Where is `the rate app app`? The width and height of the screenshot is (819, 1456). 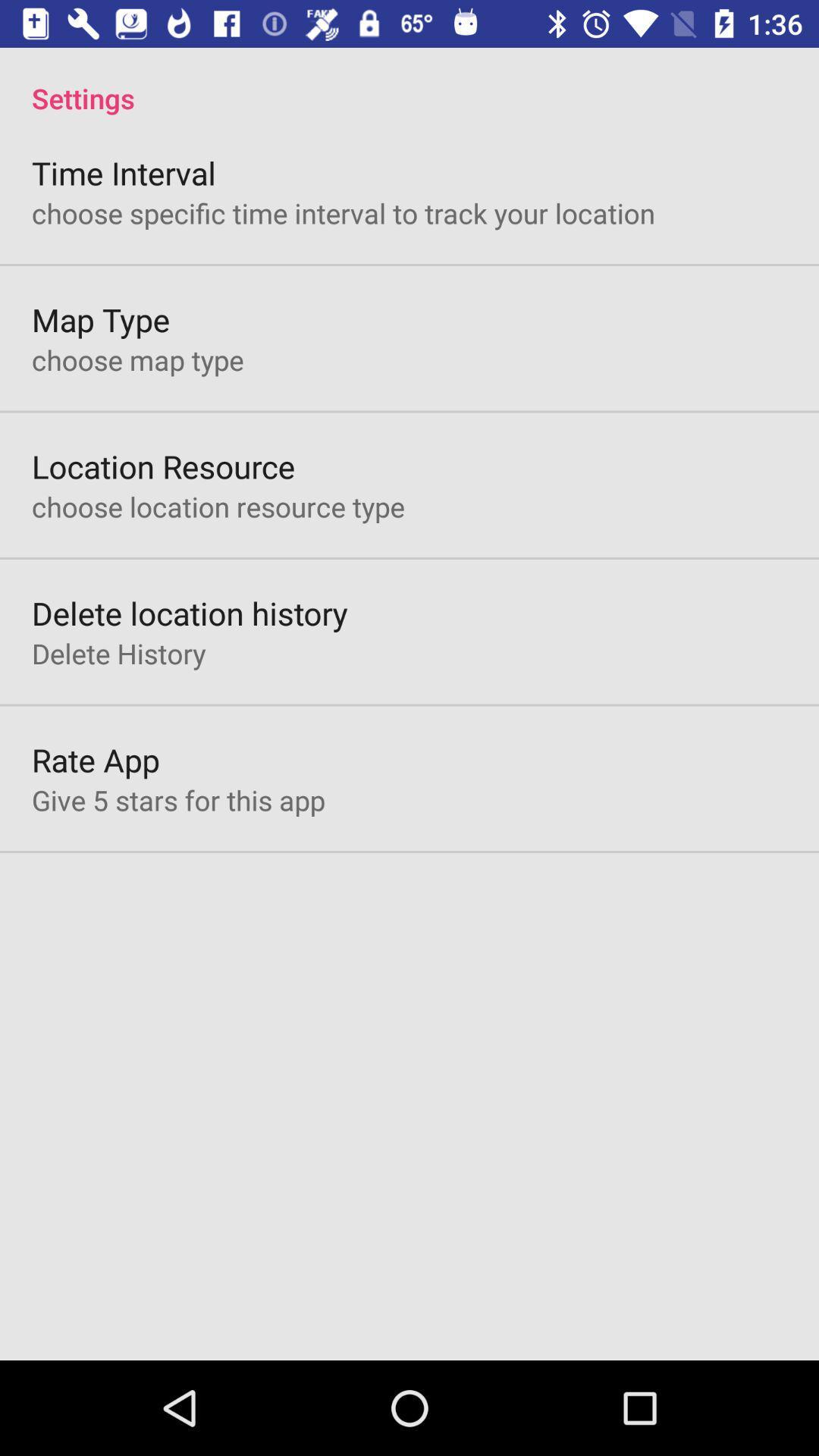 the rate app app is located at coordinates (96, 760).